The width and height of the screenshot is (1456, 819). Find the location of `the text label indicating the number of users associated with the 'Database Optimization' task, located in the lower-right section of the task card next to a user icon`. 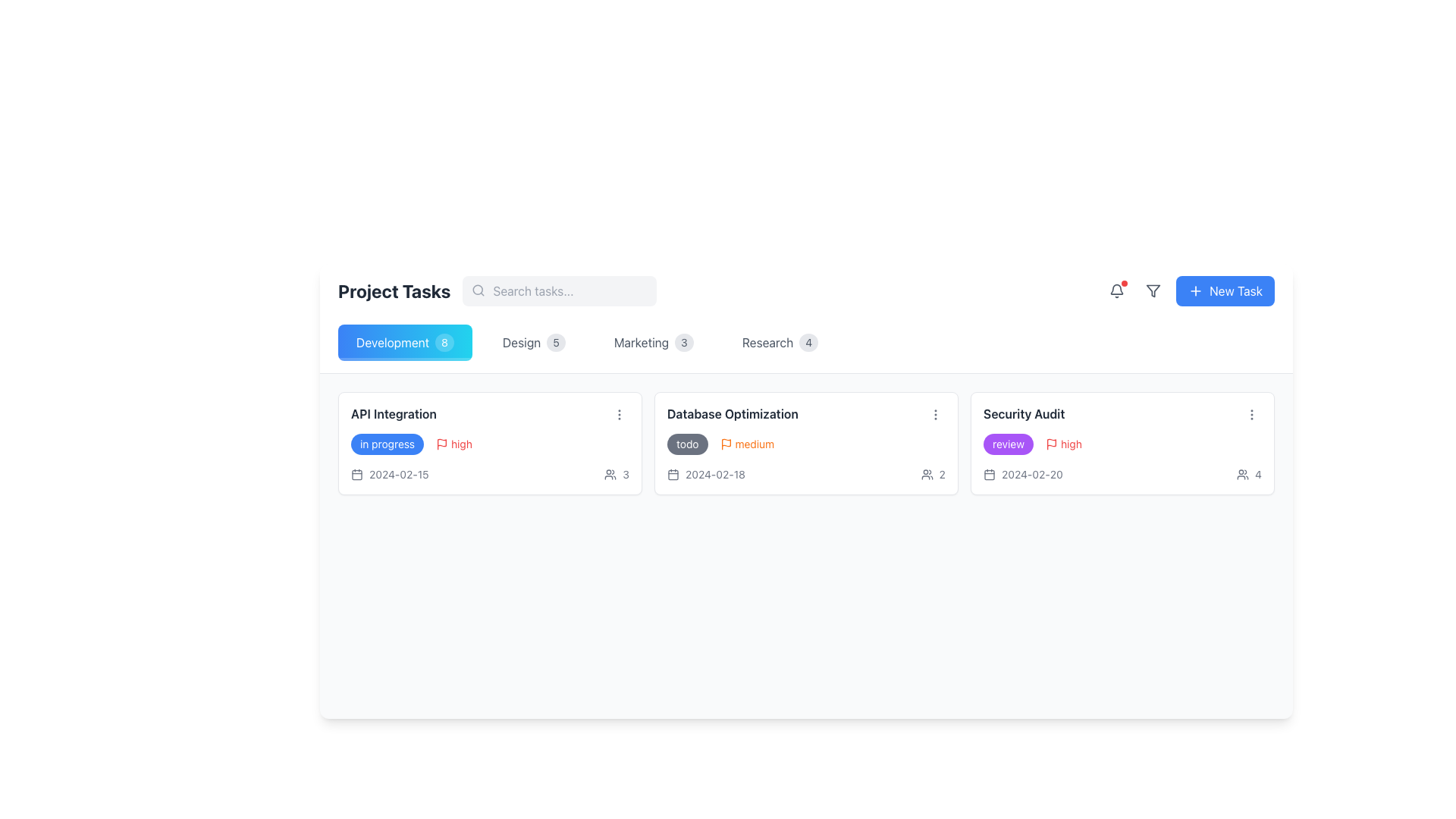

the text label indicating the number of users associated with the 'Database Optimization' task, located in the lower-right section of the task card next to a user icon is located at coordinates (626, 473).